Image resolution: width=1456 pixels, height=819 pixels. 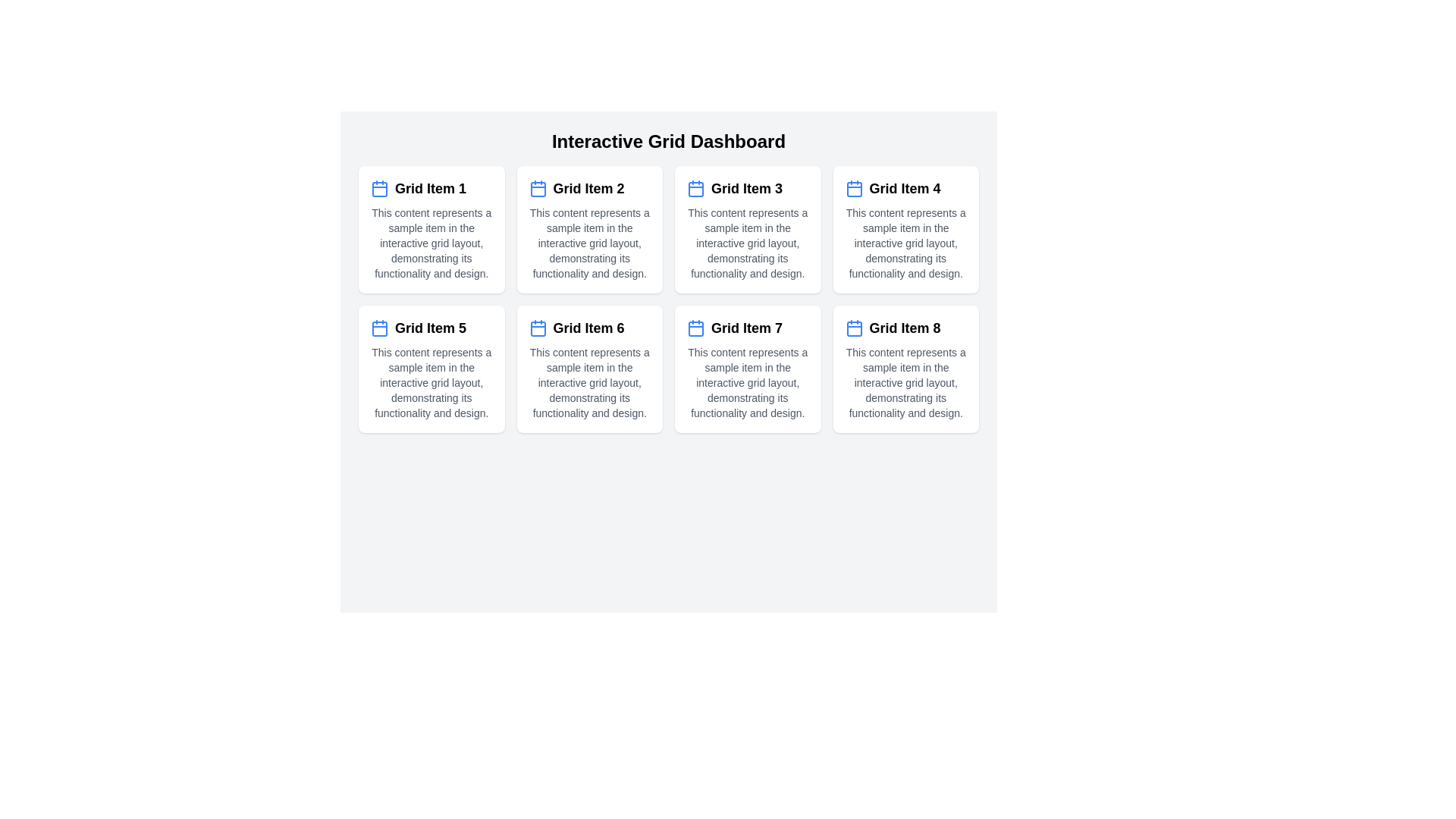 What do you see at coordinates (588, 327) in the screenshot?
I see `the grid item associated with the text label located in the sixth grid item, which is positioned in the second row and second column from the left, to the right of an icon` at bounding box center [588, 327].